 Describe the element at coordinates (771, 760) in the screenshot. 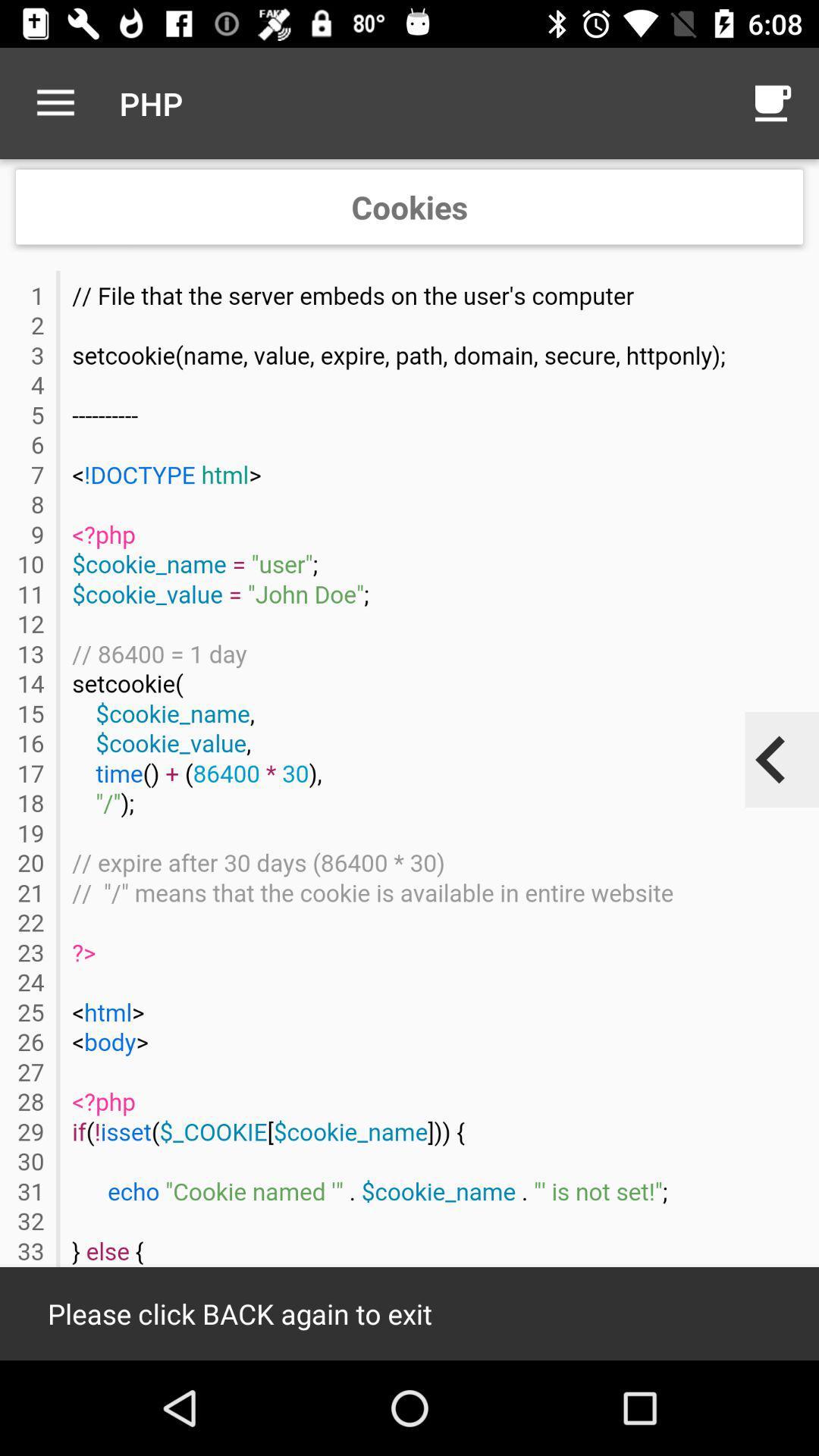

I see `the arrow_backward icon` at that location.